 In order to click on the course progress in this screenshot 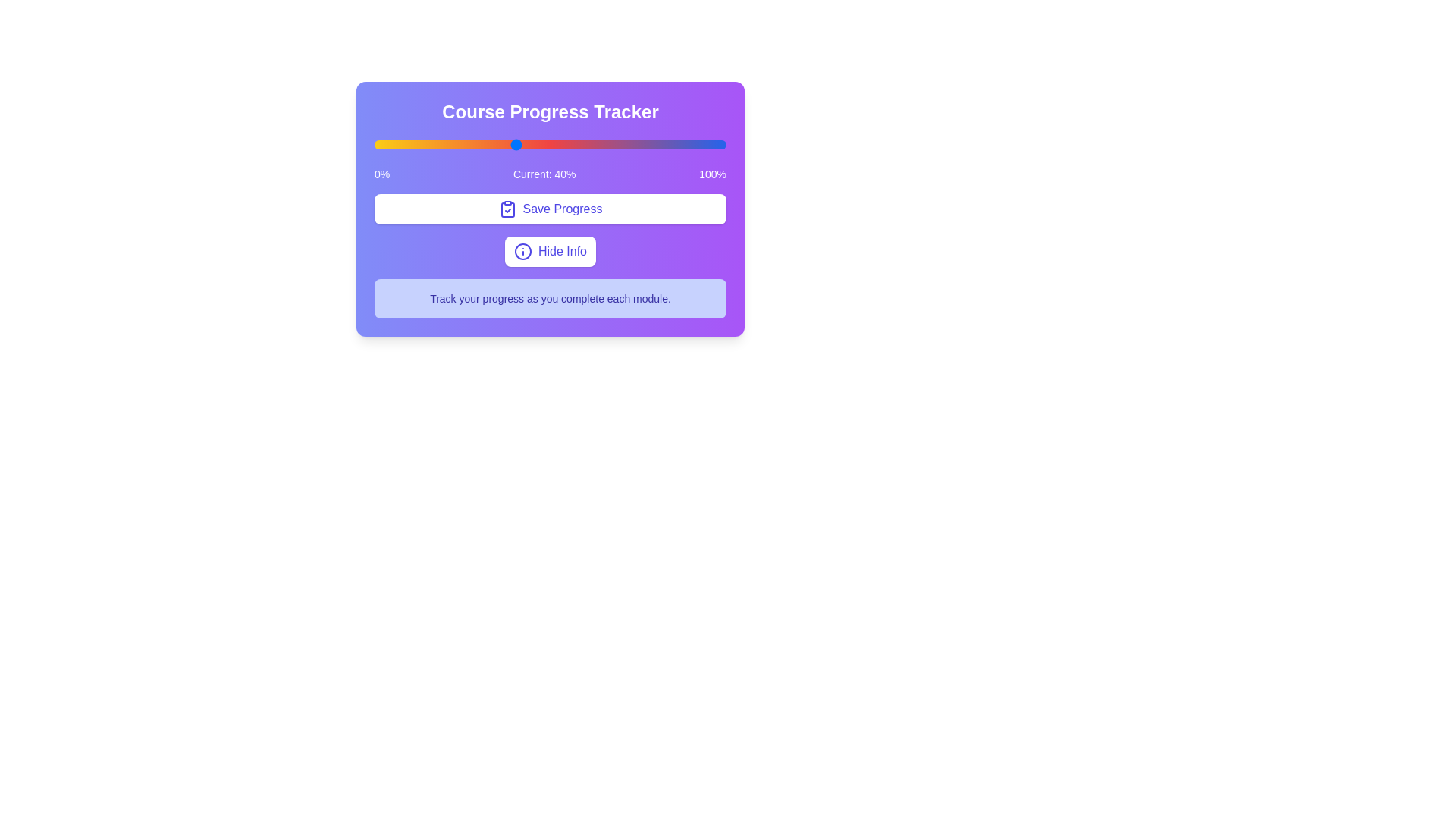, I will do `click(543, 145)`.